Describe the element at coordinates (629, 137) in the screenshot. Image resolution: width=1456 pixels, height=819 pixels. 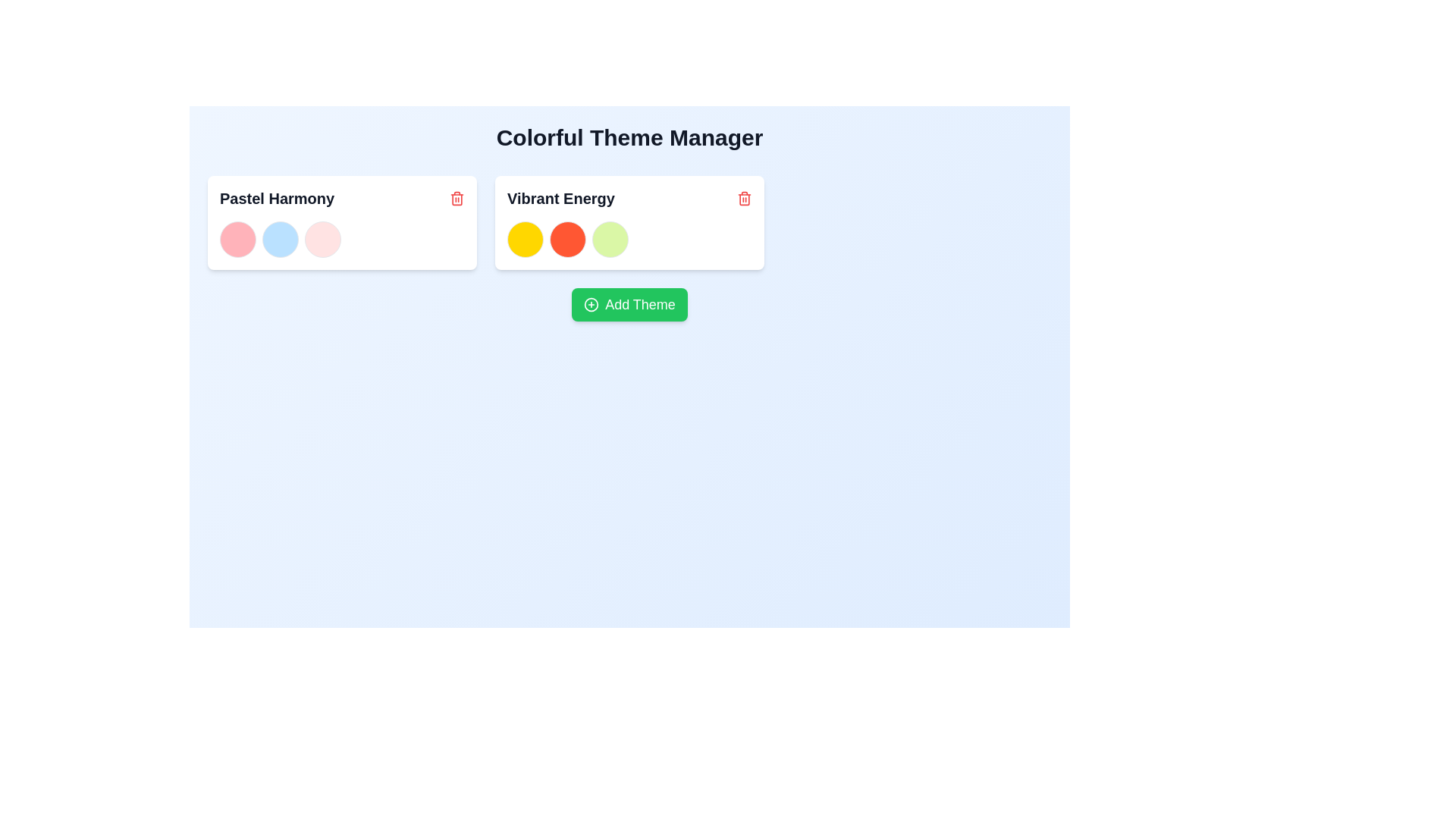
I see `the title text 'Colorful Theme Manager' which is prominently displayed in large, bold typography against a gradient light blue background` at that location.